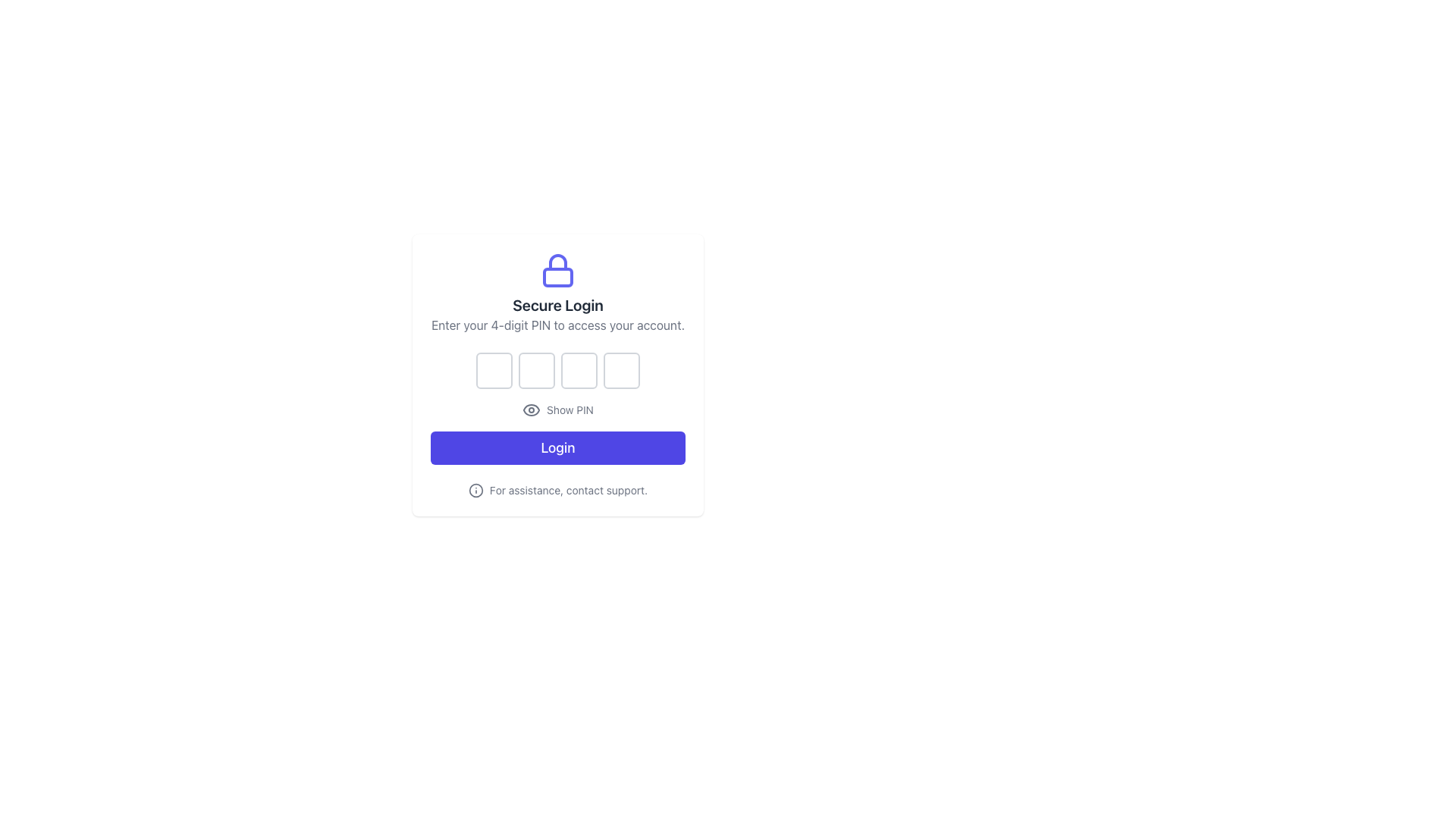 This screenshot has height=819, width=1456. I want to click on the circular information icon located to the left of the text 'For assistance, contact support', so click(475, 491).